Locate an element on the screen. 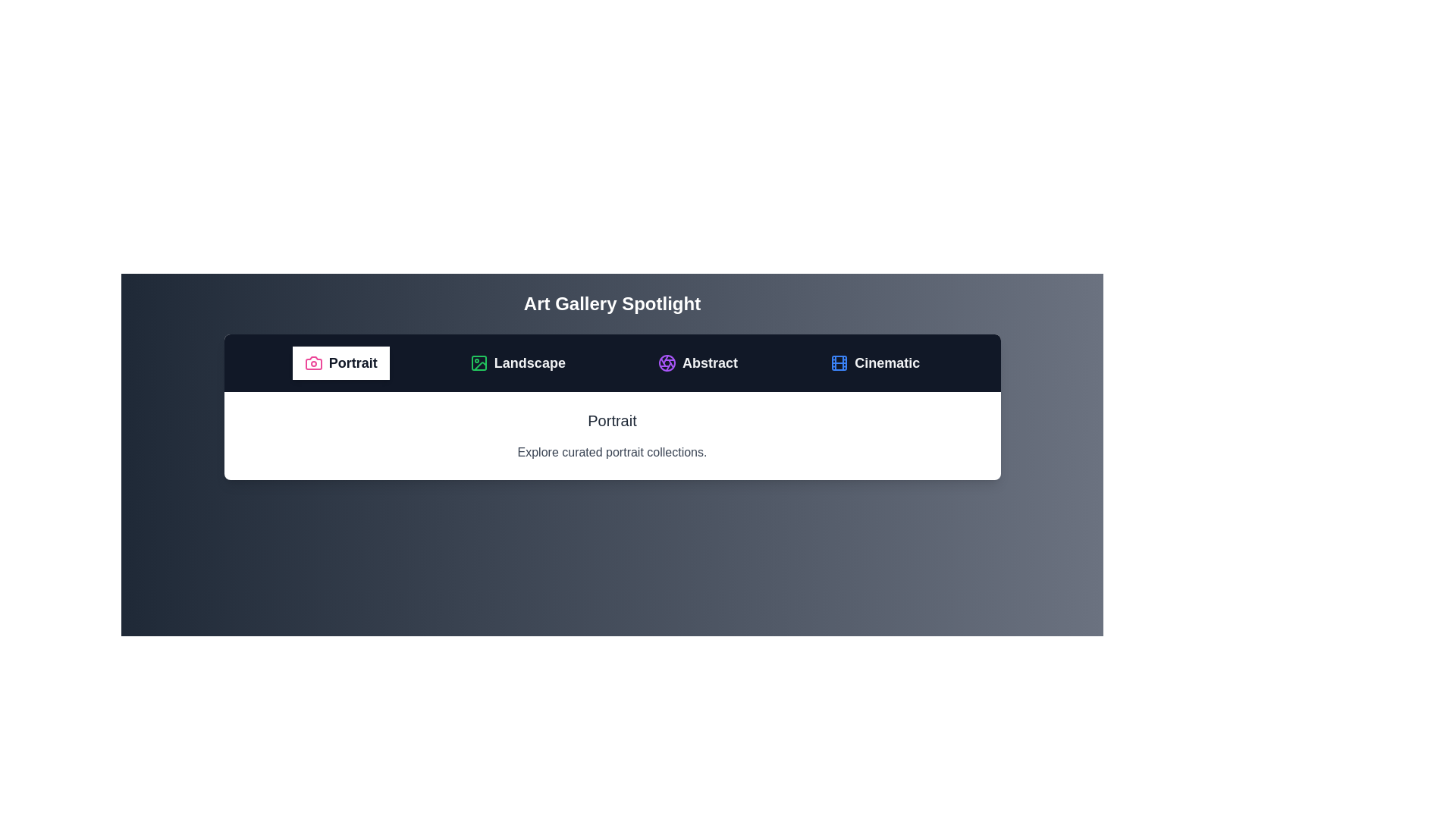 Image resolution: width=1456 pixels, height=819 pixels. the tab labeled Landscape is located at coordinates (517, 362).